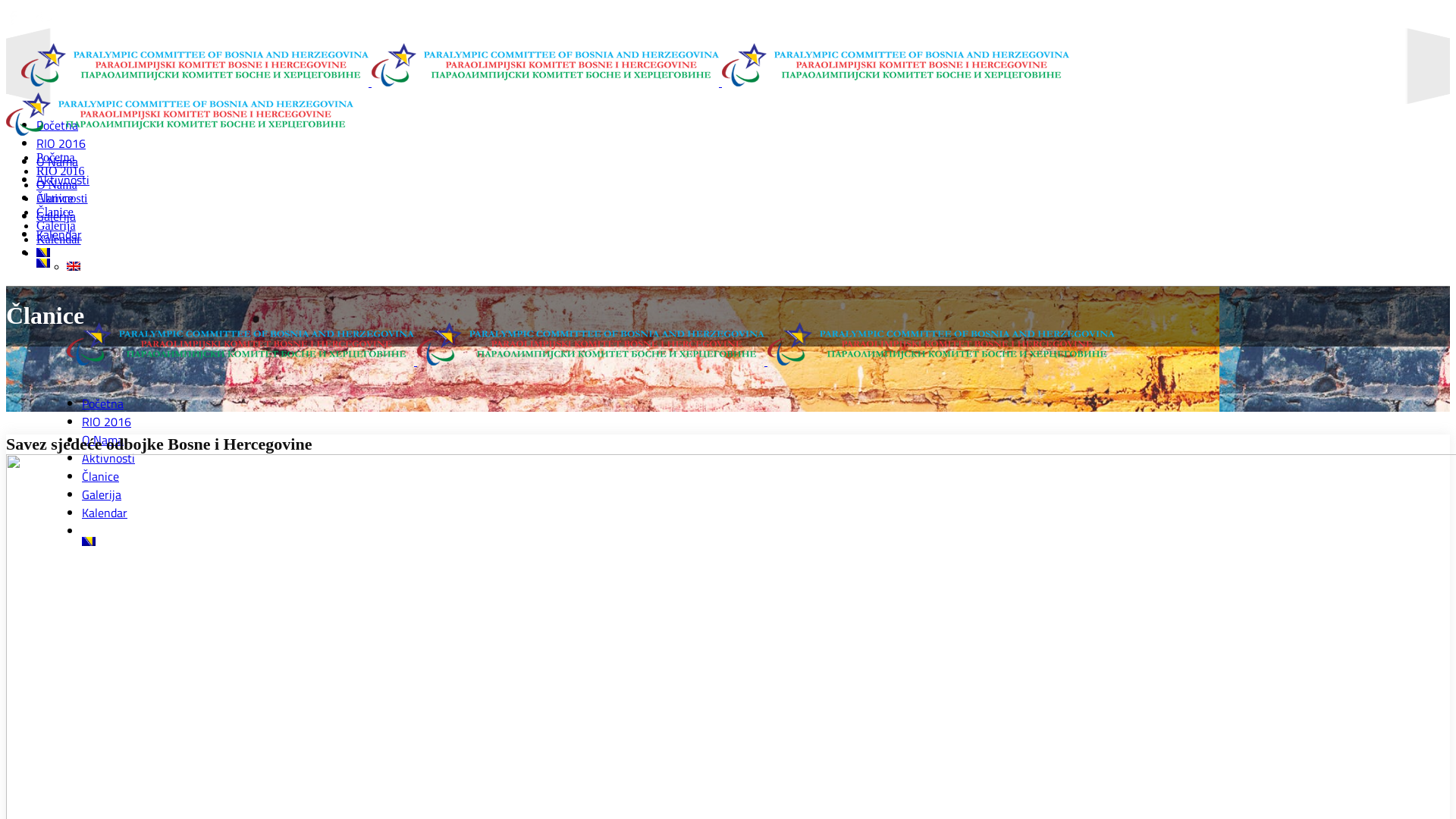 This screenshot has width=1456, height=819. Describe the element at coordinates (57, 161) in the screenshot. I see `'O Nama'` at that location.